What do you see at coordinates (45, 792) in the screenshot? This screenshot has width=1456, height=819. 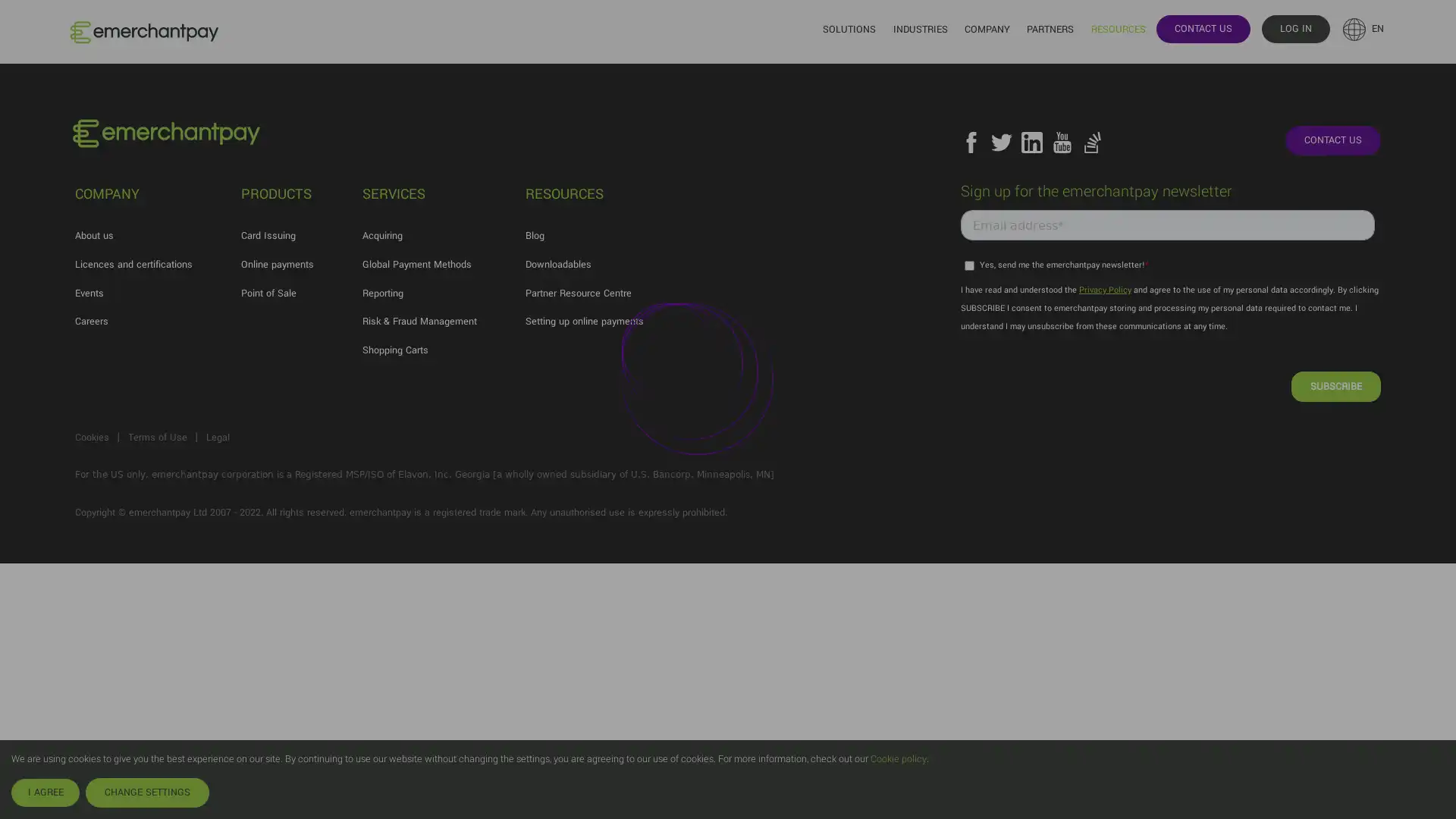 I see `I AGREE` at bounding box center [45, 792].